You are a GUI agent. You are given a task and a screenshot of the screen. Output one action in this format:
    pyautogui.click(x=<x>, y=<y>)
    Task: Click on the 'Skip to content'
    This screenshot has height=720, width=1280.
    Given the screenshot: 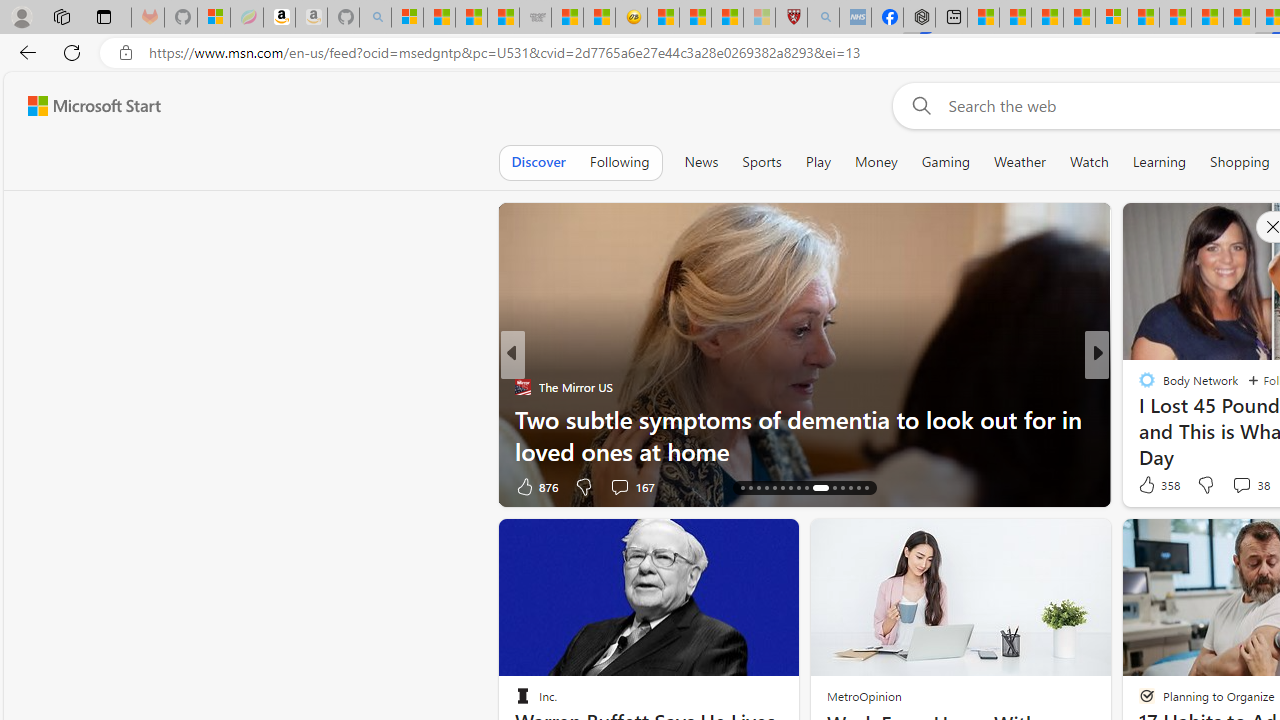 What is the action you would take?
    pyautogui.click(x=86, y=105)
    